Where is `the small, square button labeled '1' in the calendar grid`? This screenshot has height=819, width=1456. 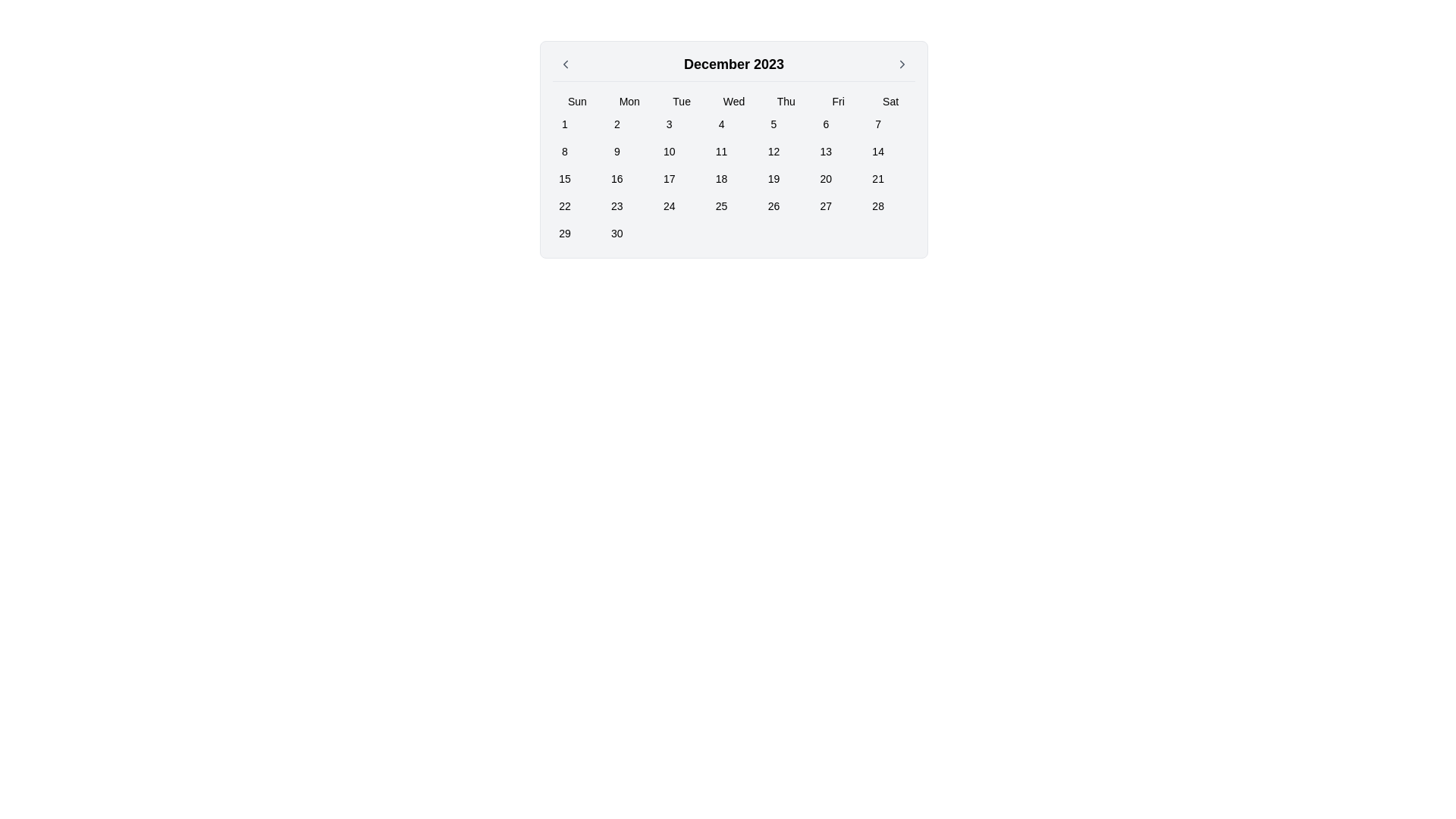
the small, square button labeled '1' in the calendar grid is located at coordinates (563, 124).